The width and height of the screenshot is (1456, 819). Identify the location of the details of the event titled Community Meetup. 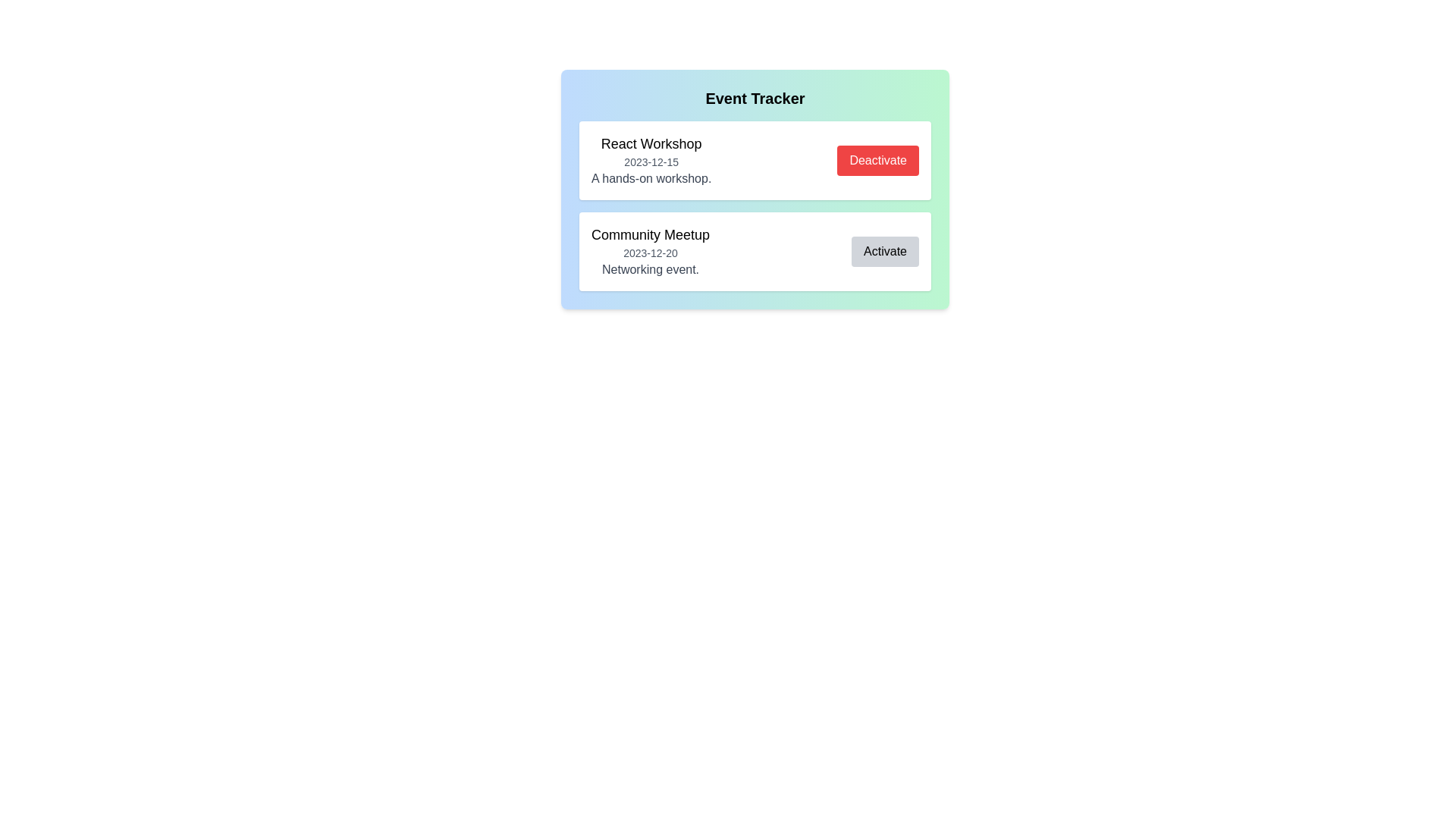
(651, 250).